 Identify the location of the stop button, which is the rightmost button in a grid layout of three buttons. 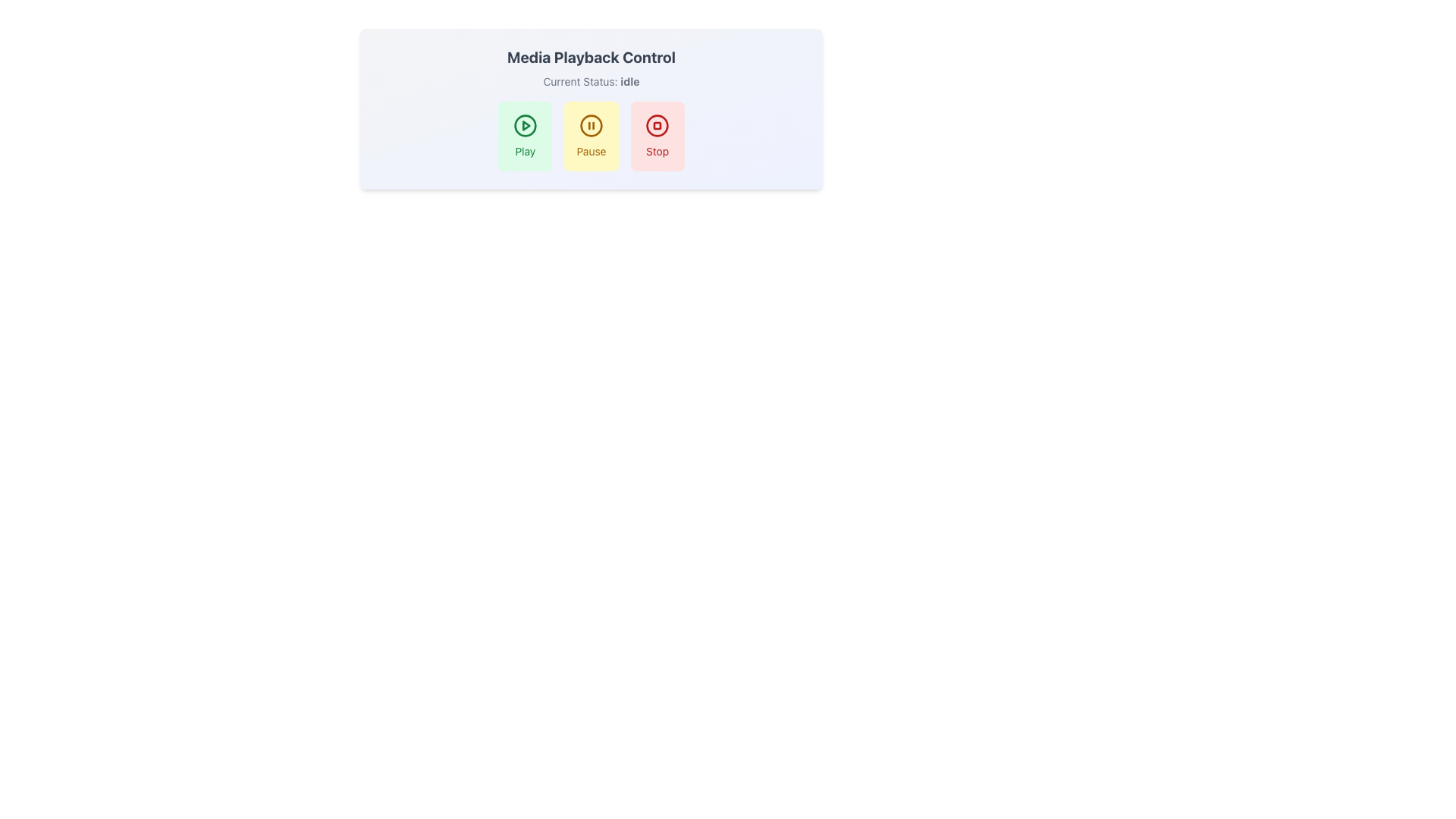
(657, 136).